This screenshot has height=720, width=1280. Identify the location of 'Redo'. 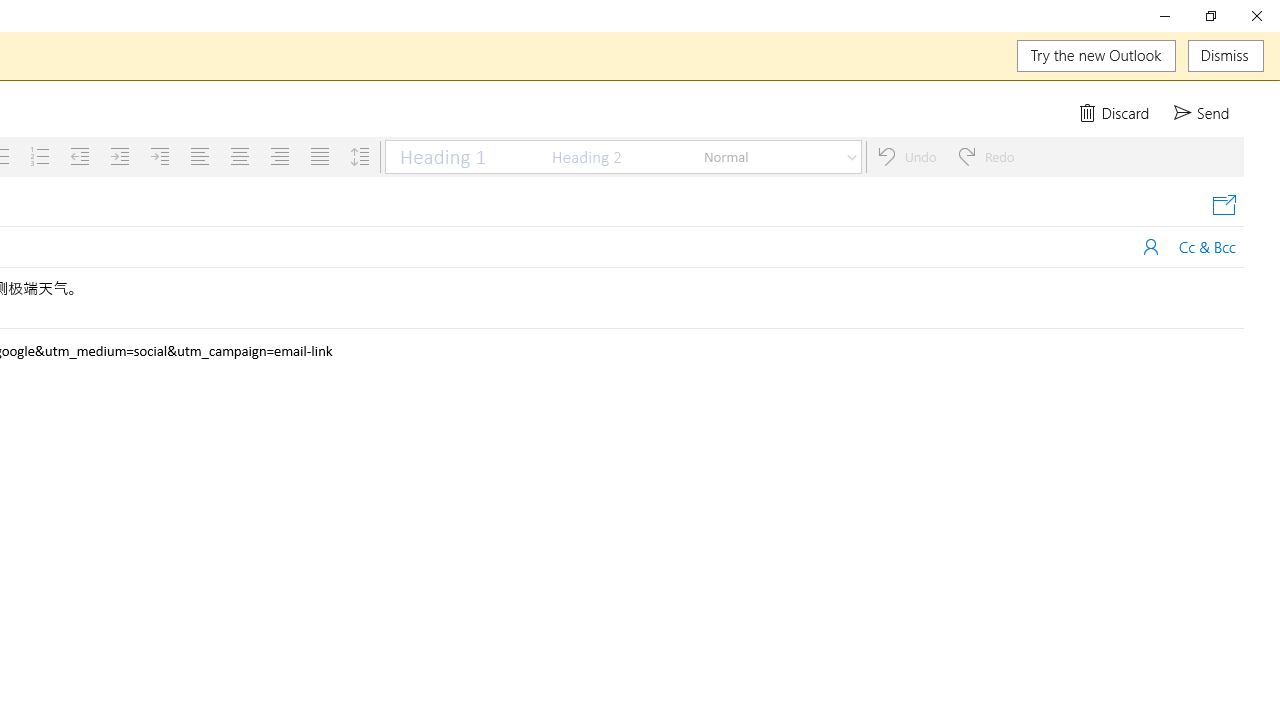
(986, 155).